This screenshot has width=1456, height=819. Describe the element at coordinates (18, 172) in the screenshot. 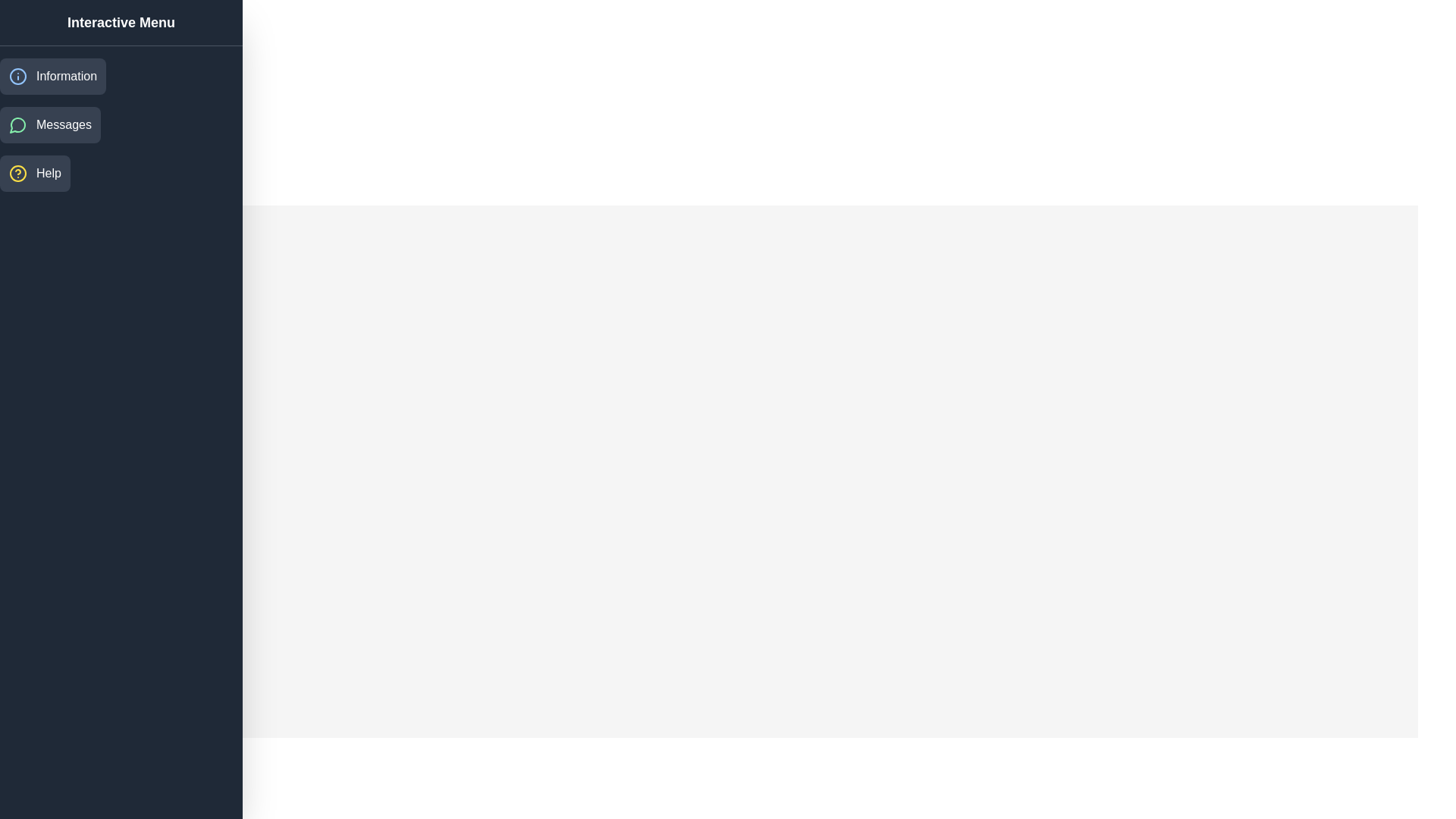

I see `the circular 'Help' icon with a yellow border and question mark design to receive tooltip information` at that location.